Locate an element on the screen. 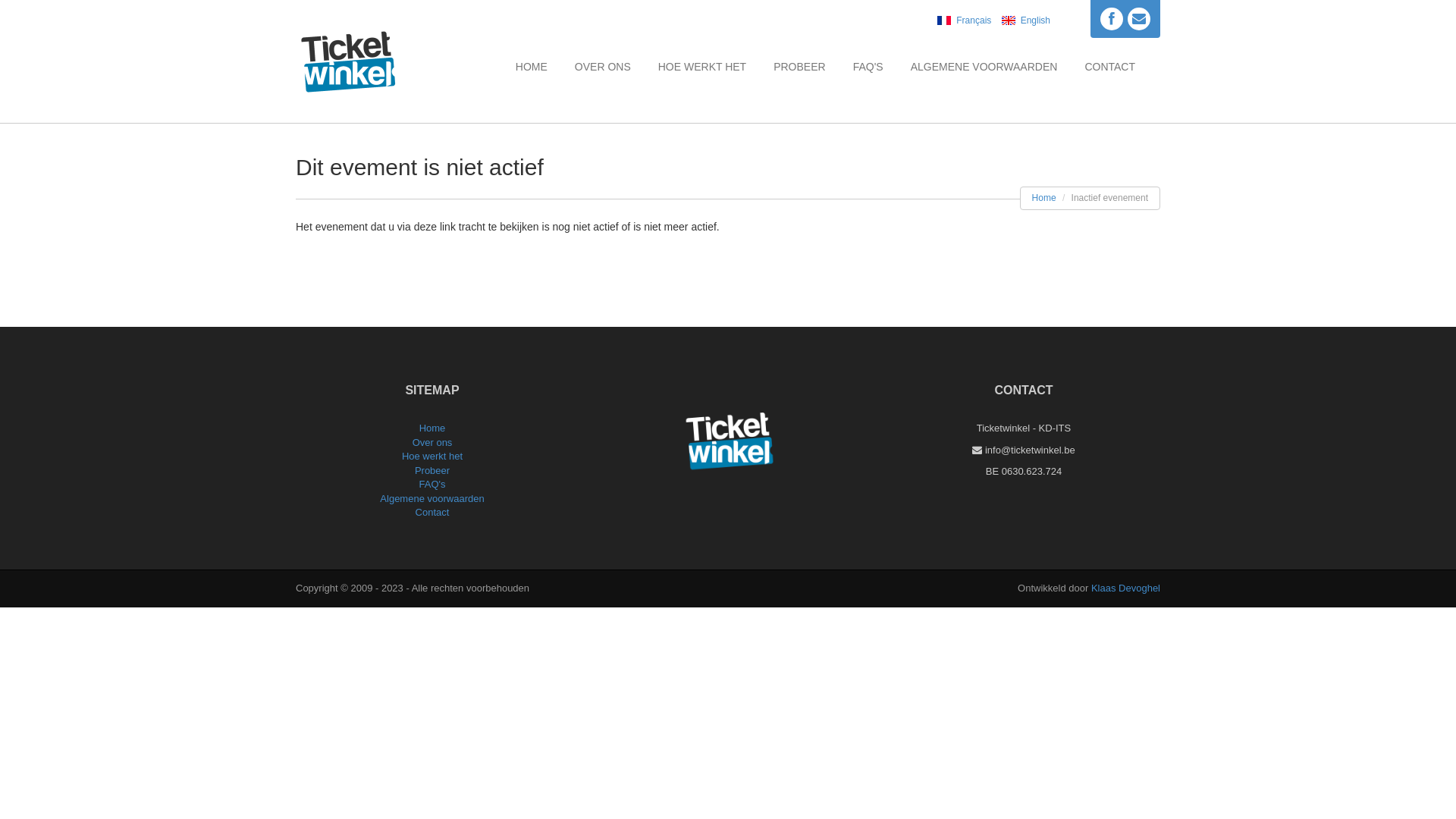 The height and width of the screenshot is (819, 1456). 'Klaas Devoghel' is located at coordinates (1125, 587).